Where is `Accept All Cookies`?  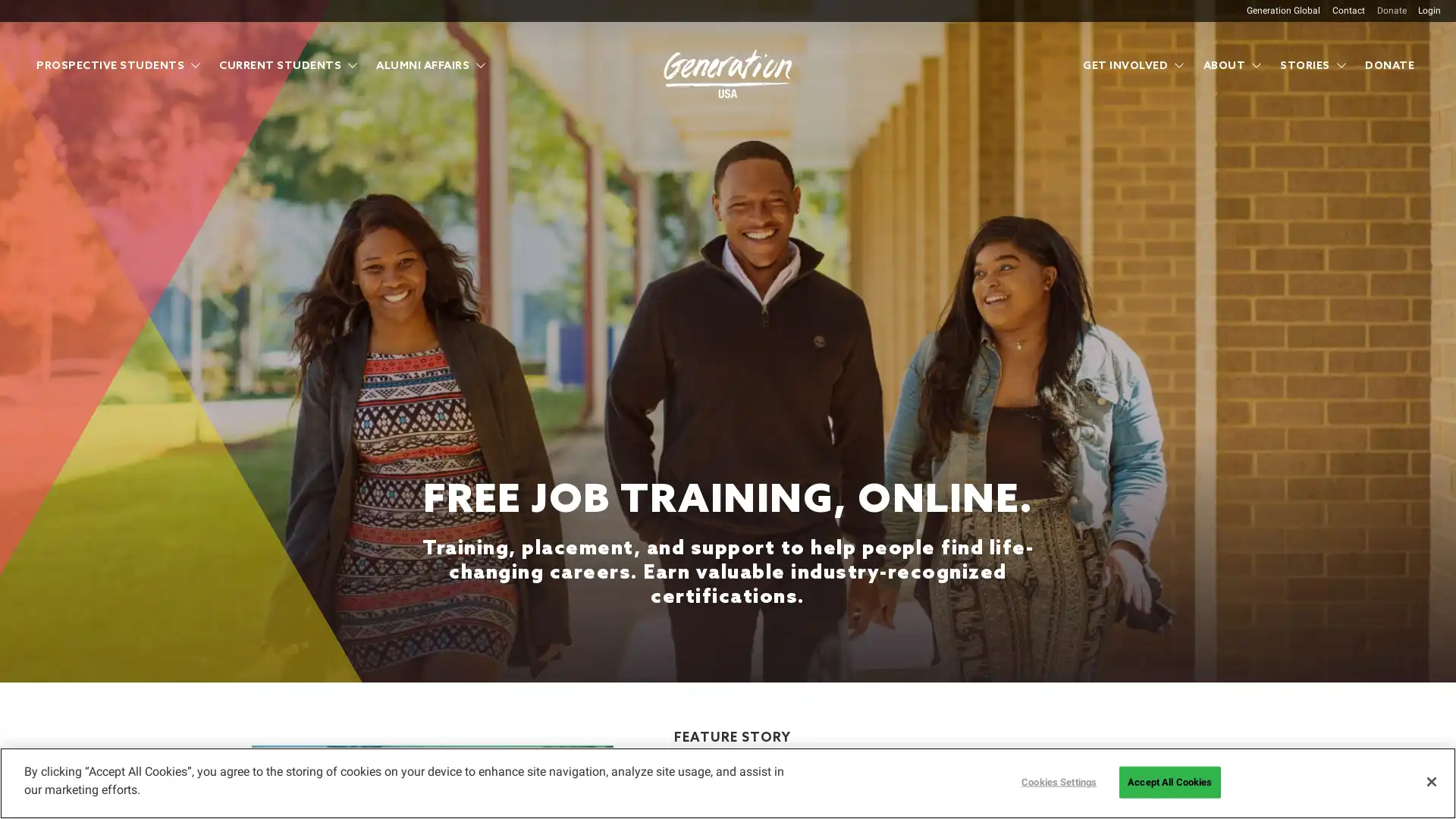
Accept All Cookies is located at coordinates (1169, 781).